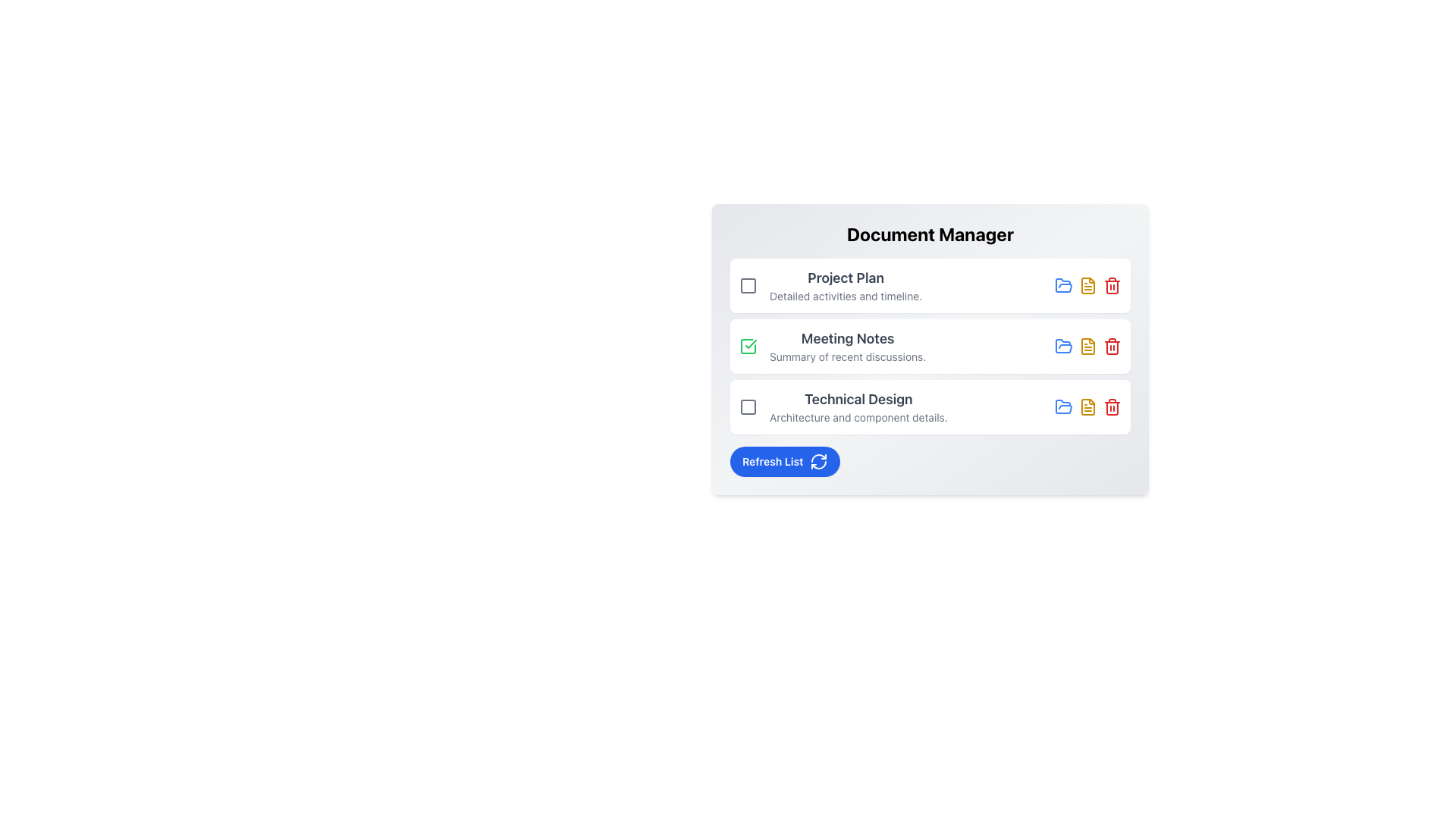 The image size is (1456, 819). What do you see at coordinates (1087, 346) in the screenshot?
I see `the yellow document icon, which is the middle icon in a horizontal arrangement of three` at bounding box center [1087, 346].